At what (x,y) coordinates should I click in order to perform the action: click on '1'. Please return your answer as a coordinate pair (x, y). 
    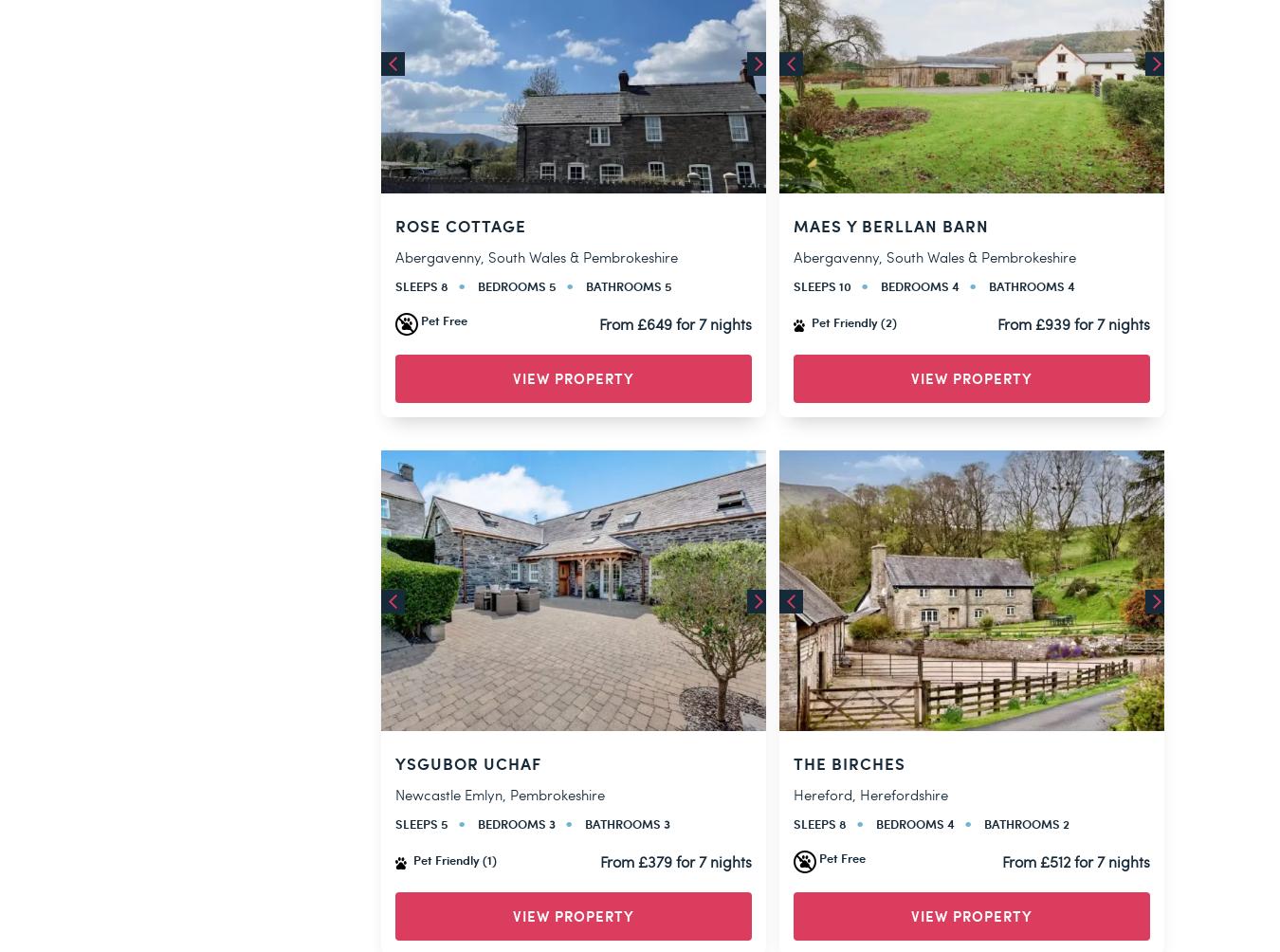
    Looking at the image, I should click on (649, 478).